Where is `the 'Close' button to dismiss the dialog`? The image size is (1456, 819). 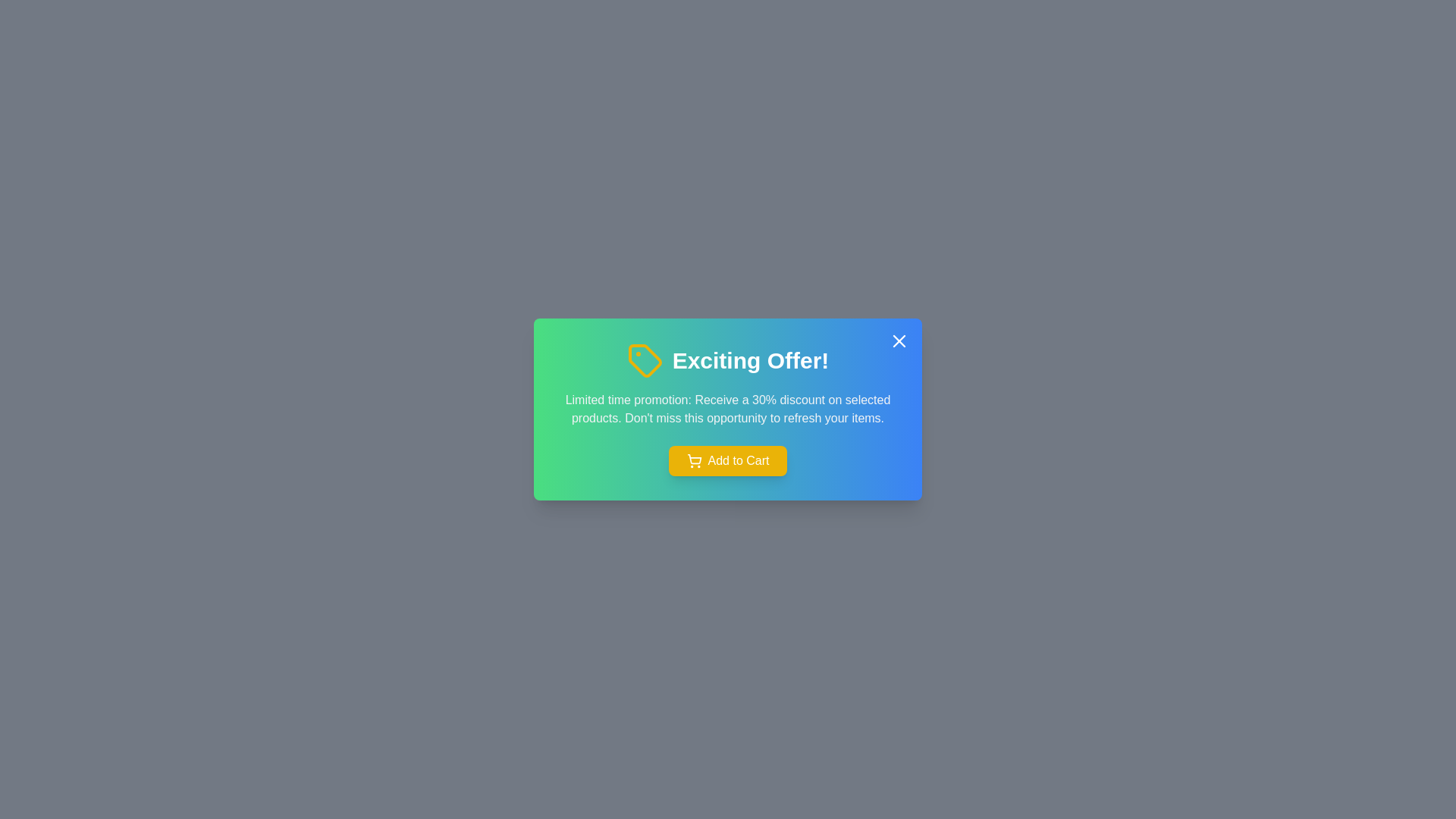
the 'Close' button to dismiss the dialog is located at coordinates (899, 341).